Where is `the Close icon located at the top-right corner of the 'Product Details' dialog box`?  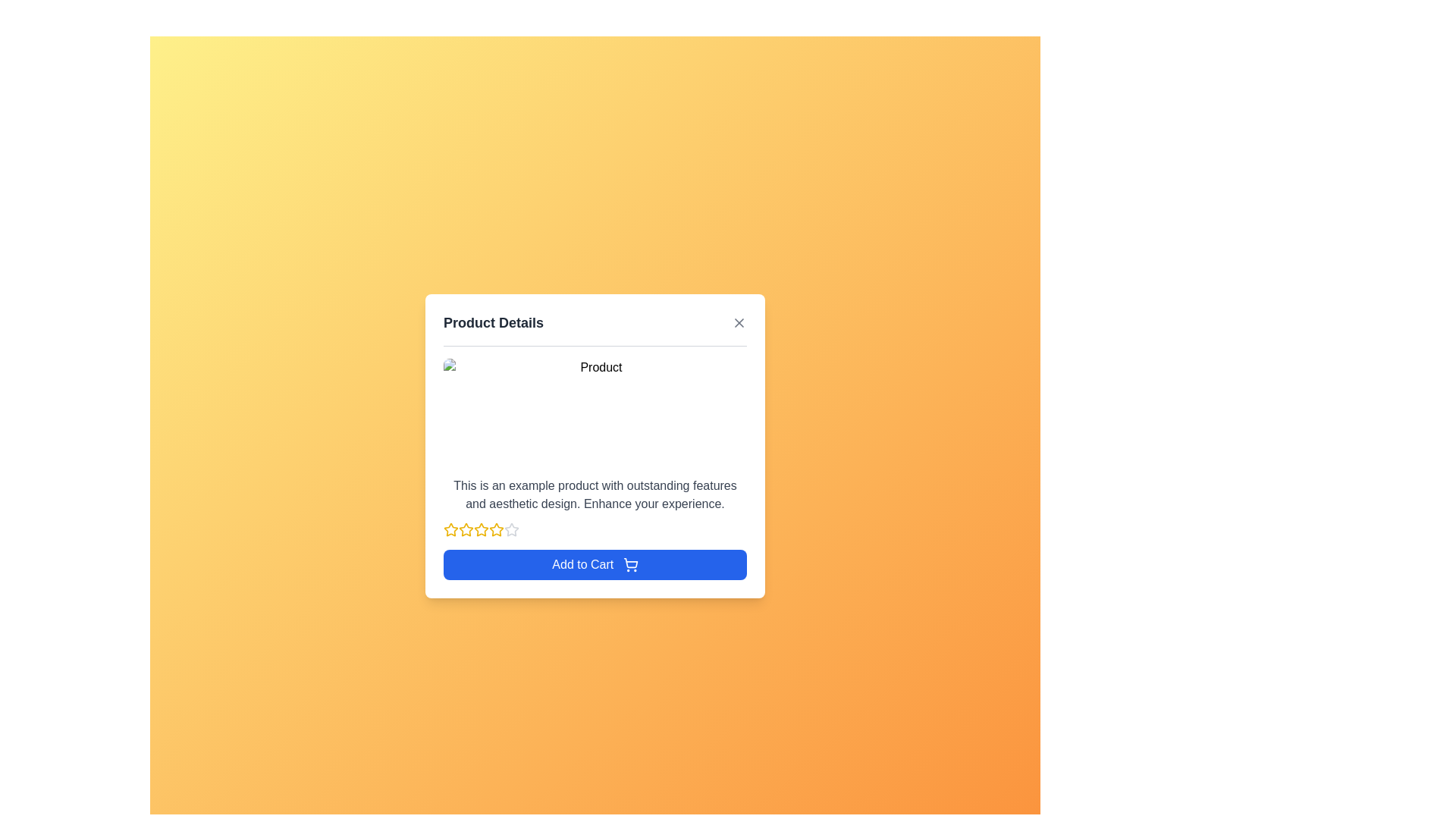
the Close icon located at the top-right corner of the 'Product Details' dialog box is located at coordinates (739, 322).